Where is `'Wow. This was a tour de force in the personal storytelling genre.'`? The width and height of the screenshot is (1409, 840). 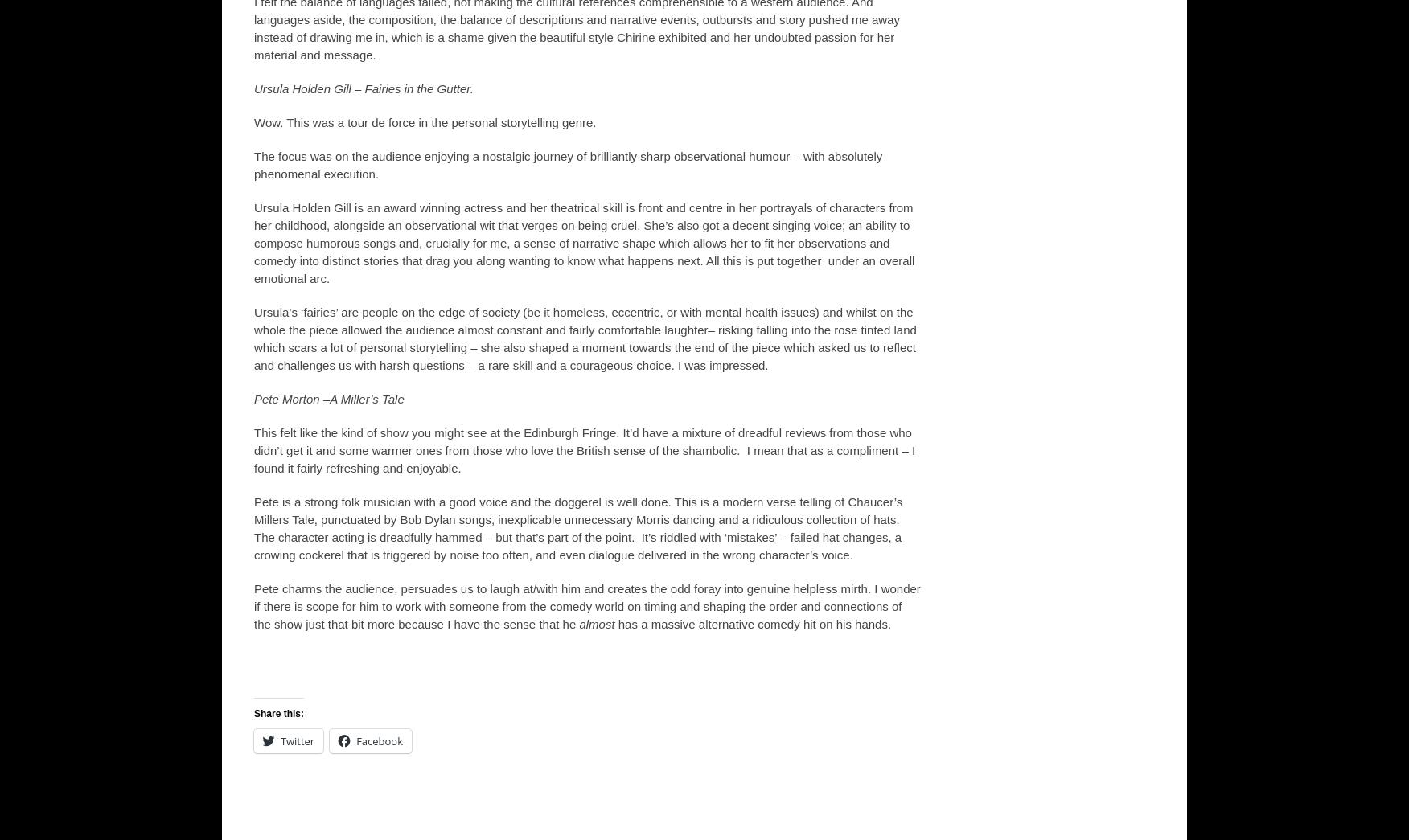 'Wow. This was a tour de force in the personal storytelling genre.' is located at coordinates (424, 121).